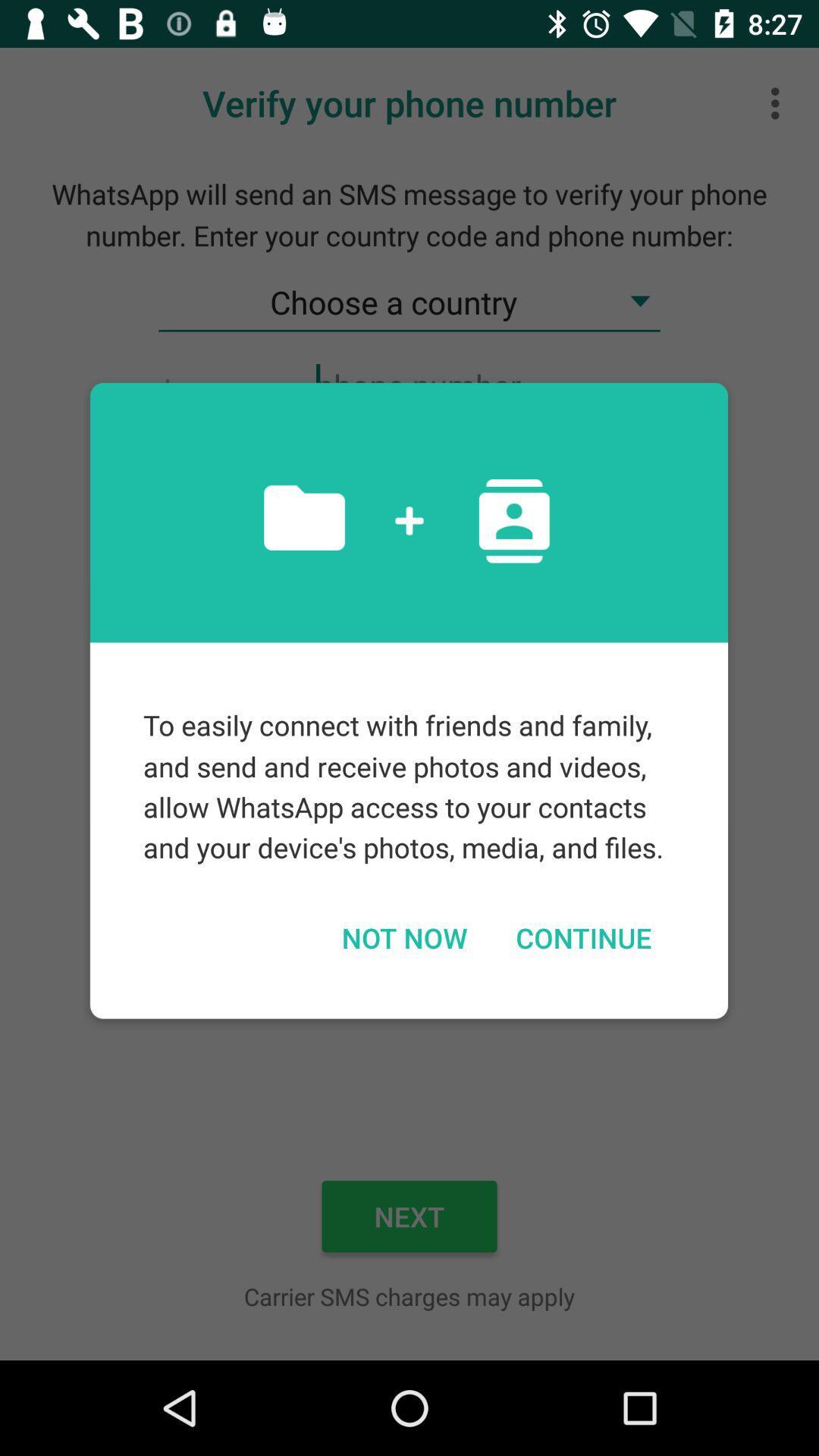  Describe the element at coordinates (582, 937) in the screenshot. I see `icon next to the not now icon` at that location.